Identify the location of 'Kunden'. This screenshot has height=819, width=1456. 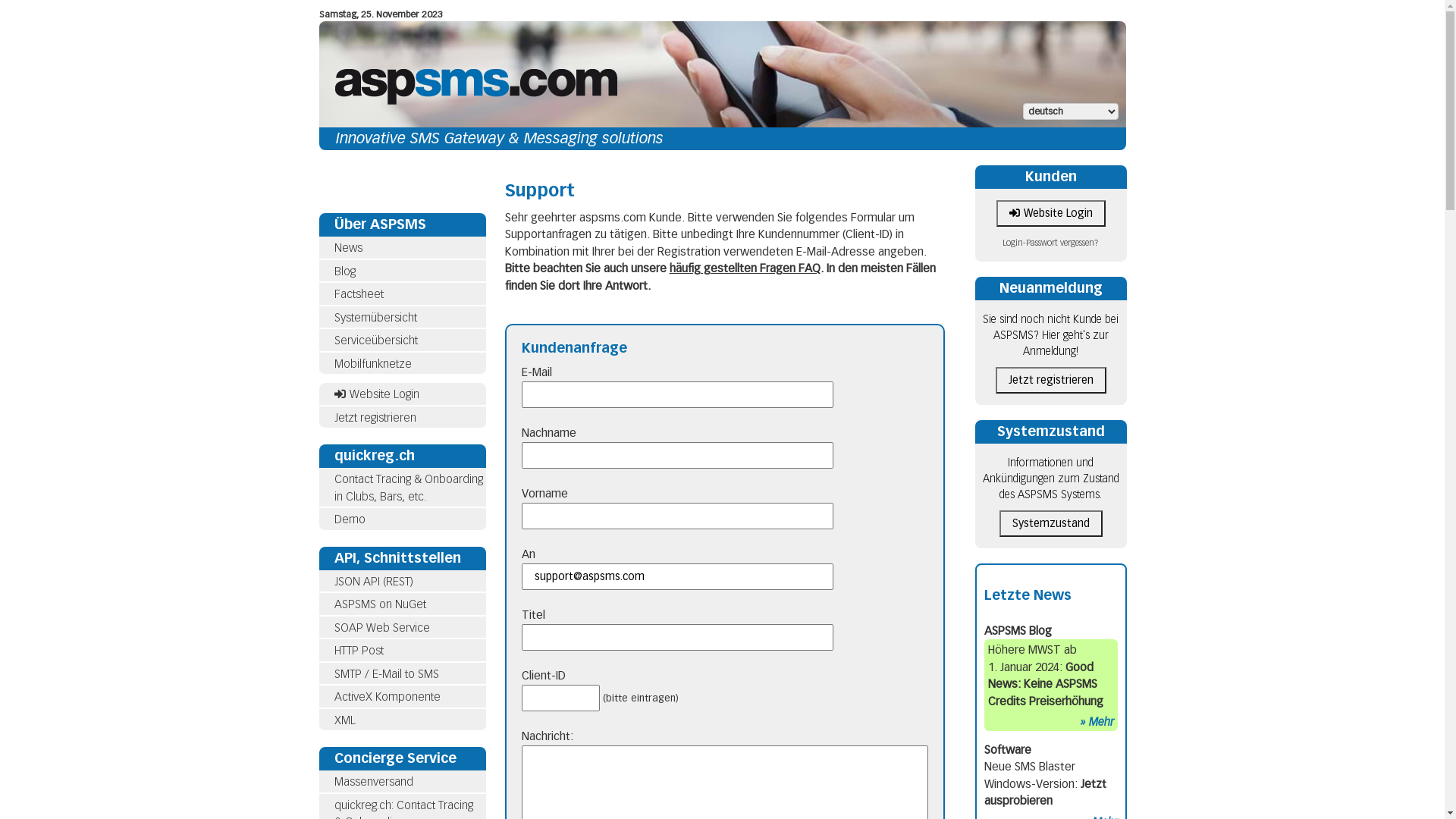
(1025, 175).